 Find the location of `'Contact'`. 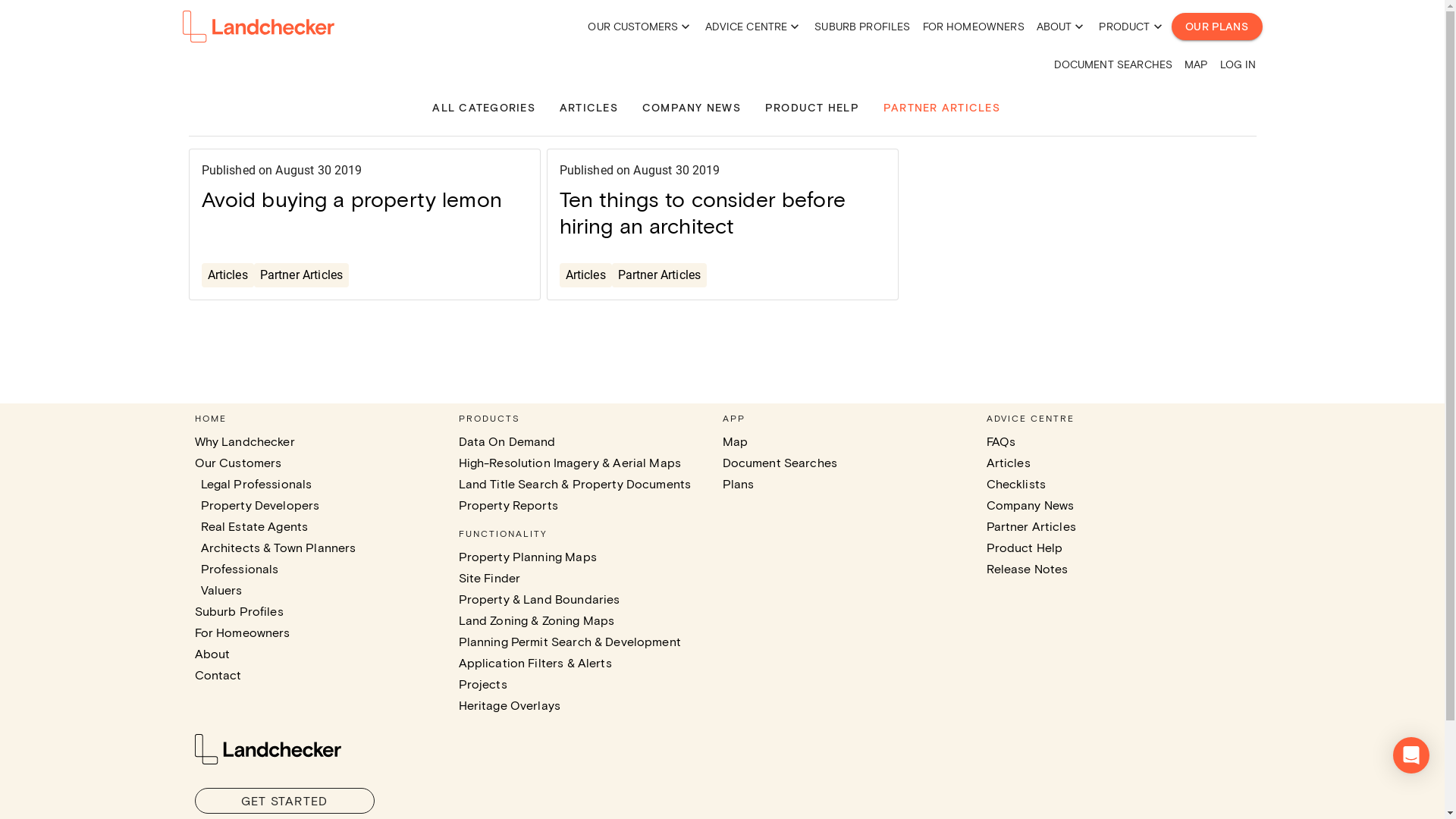

'Contact' is located at coordinates (217, 674).